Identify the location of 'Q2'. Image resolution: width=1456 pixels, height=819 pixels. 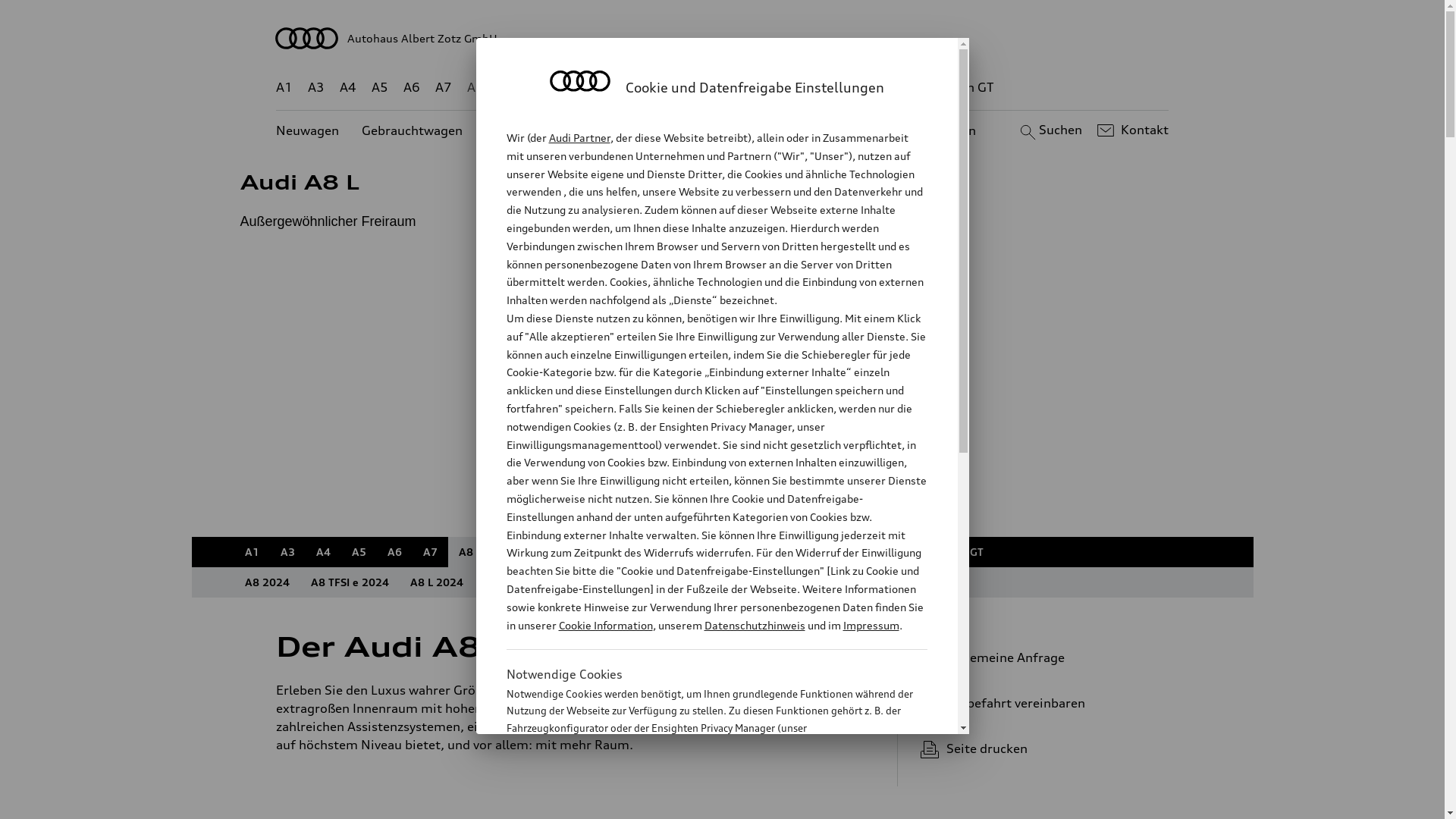
(498, 87).